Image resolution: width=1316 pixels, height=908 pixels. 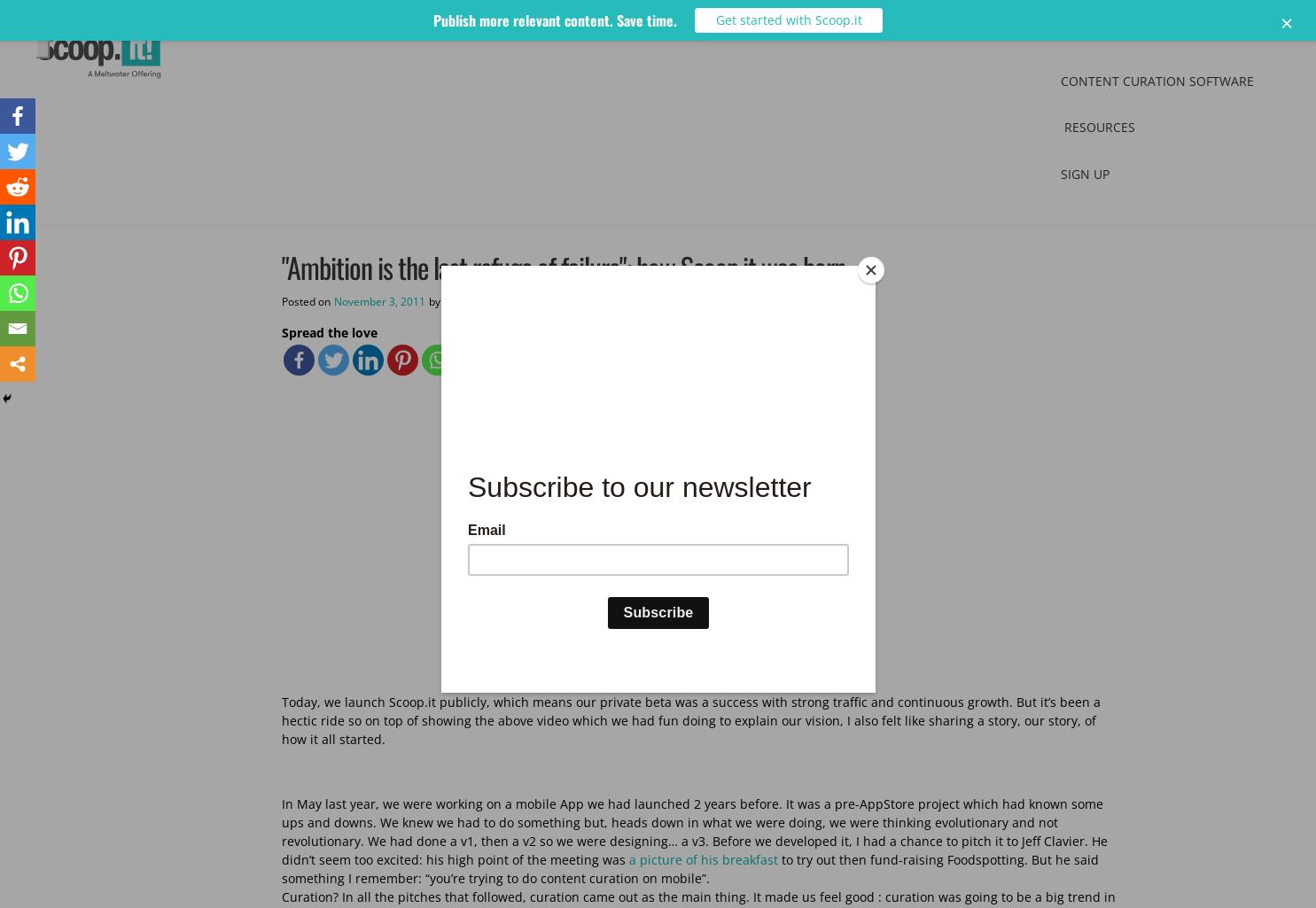 I want to click on 'Spread the love', so click(x=327, y=332).